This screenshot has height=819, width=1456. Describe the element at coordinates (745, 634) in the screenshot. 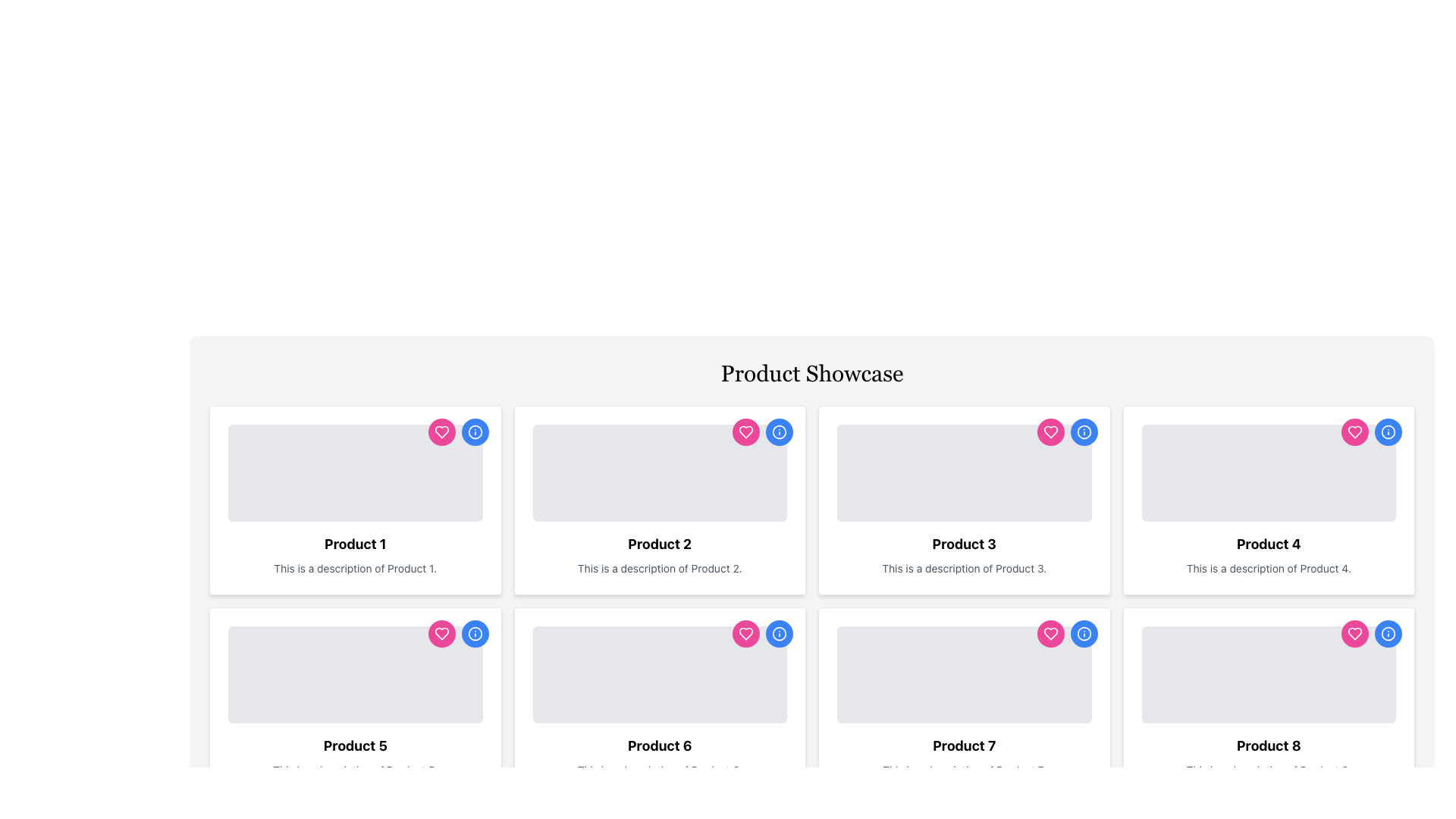

I see `the heart icon located in the top-right corner of the card for 'Product 2' in the grid layout to mark it as a favorite` at that location.